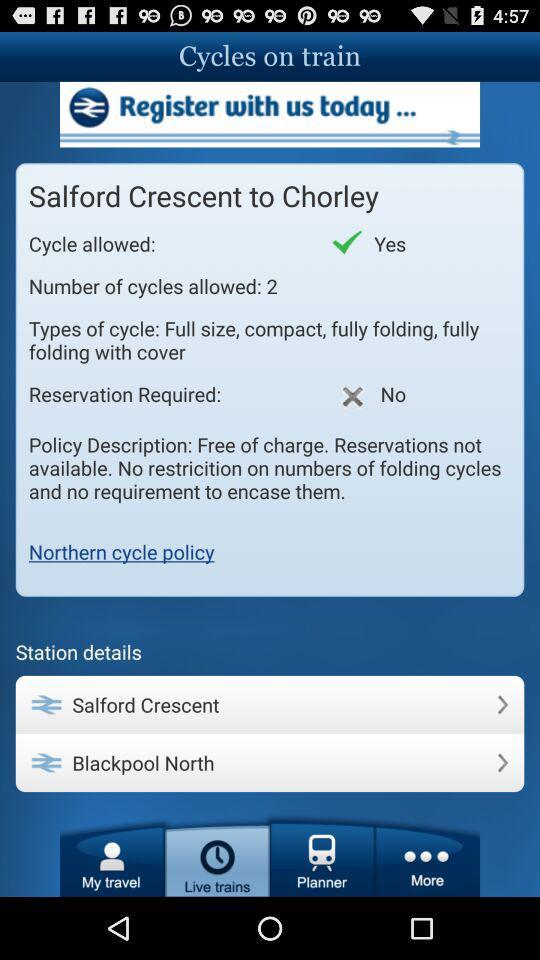  What do you see at coordinates (112, 914) in the screenshot?
I see `the avatar icon` at bounding box center [112, 914].